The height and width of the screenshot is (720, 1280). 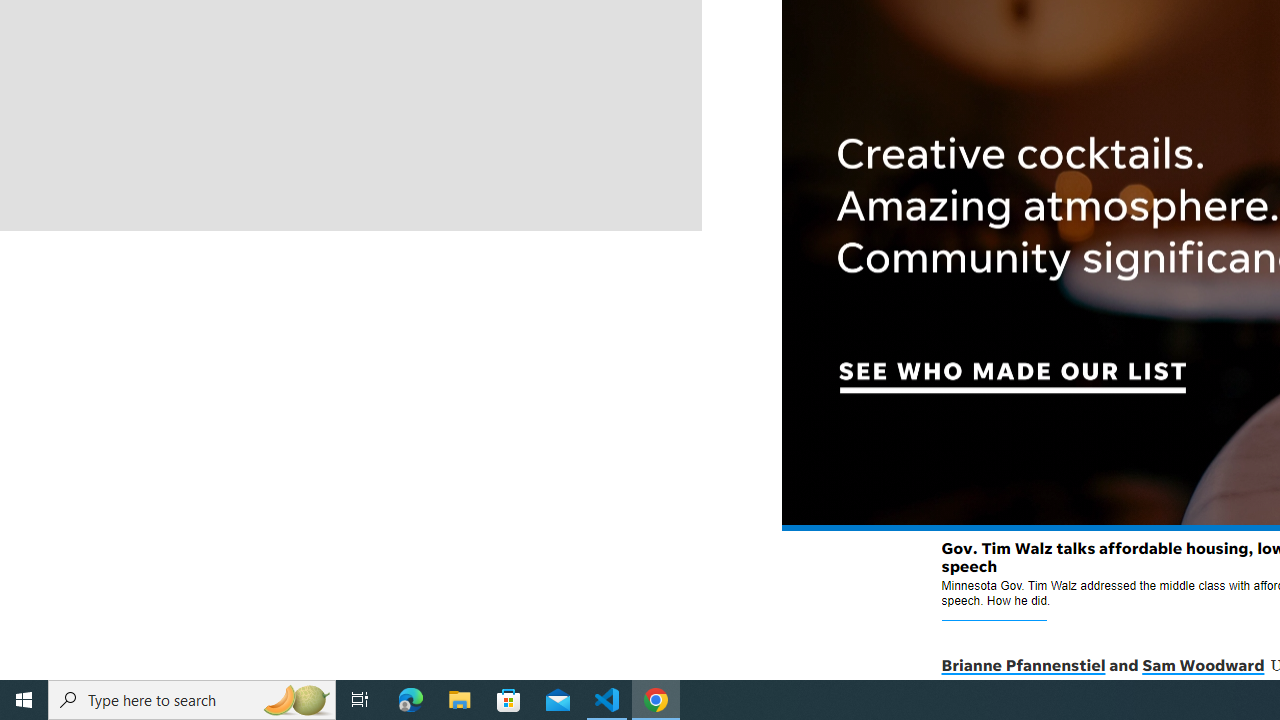 I want to click on 'Sam Woodward', so click(x=1202, y=666).